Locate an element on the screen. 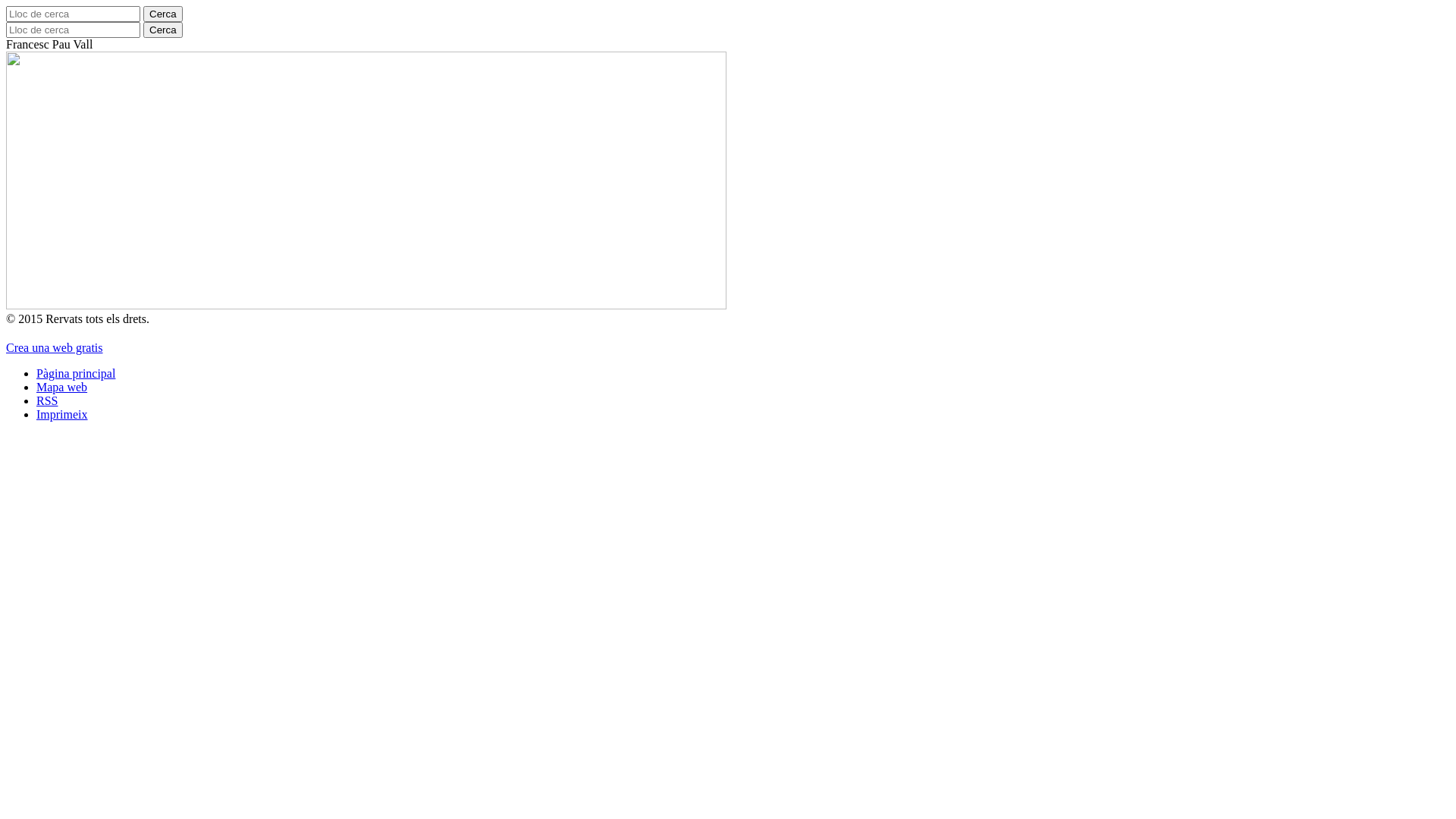 The width and height of the screenshot is (1456, 819). 'Cerca' is located at coordinates (163, 14).